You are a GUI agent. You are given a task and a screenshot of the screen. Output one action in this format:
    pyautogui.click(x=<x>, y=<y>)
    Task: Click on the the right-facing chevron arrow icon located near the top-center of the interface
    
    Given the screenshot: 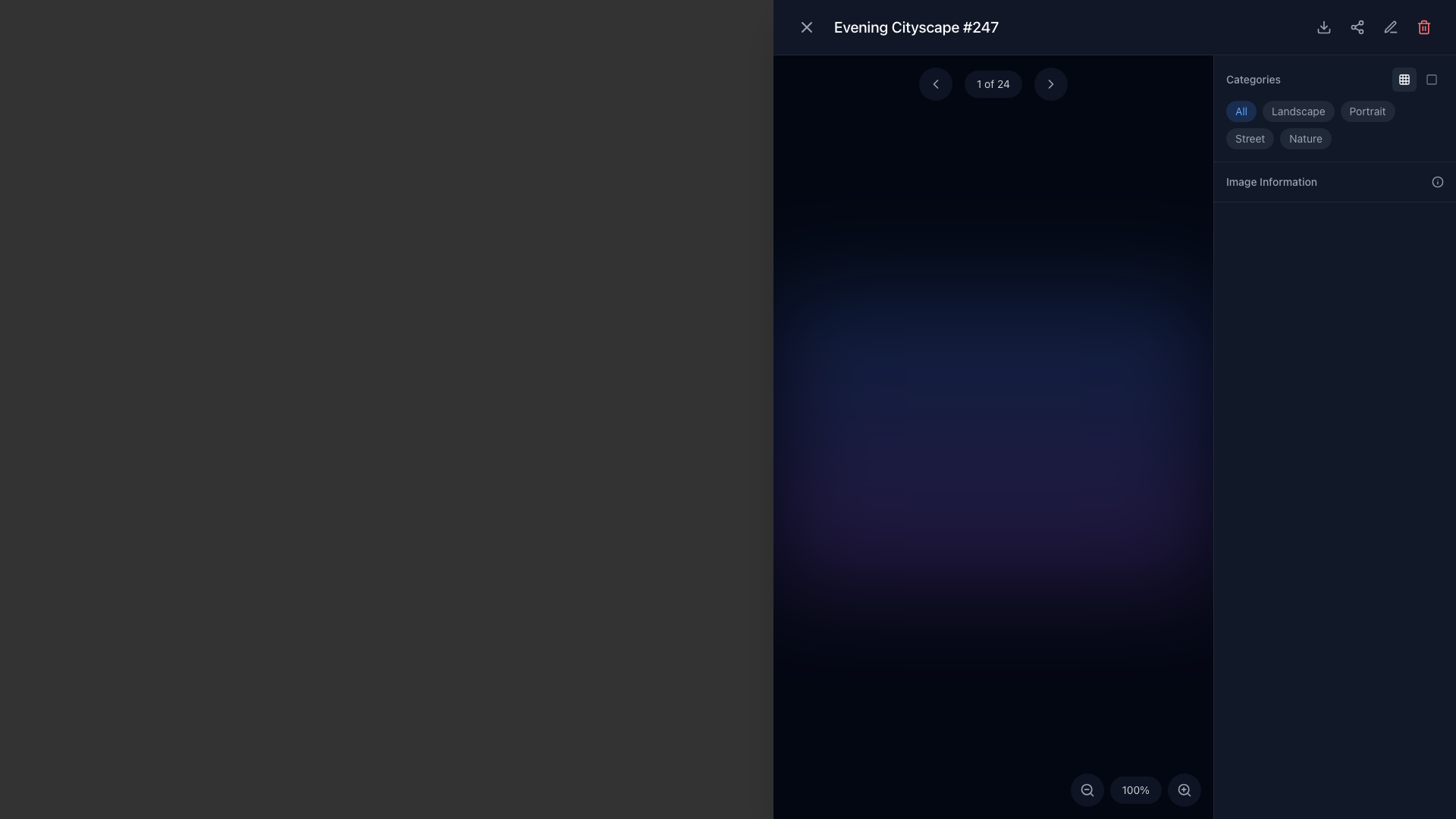 What is the action you would take?
    pyautogui.click(x=1050, y=84)
    